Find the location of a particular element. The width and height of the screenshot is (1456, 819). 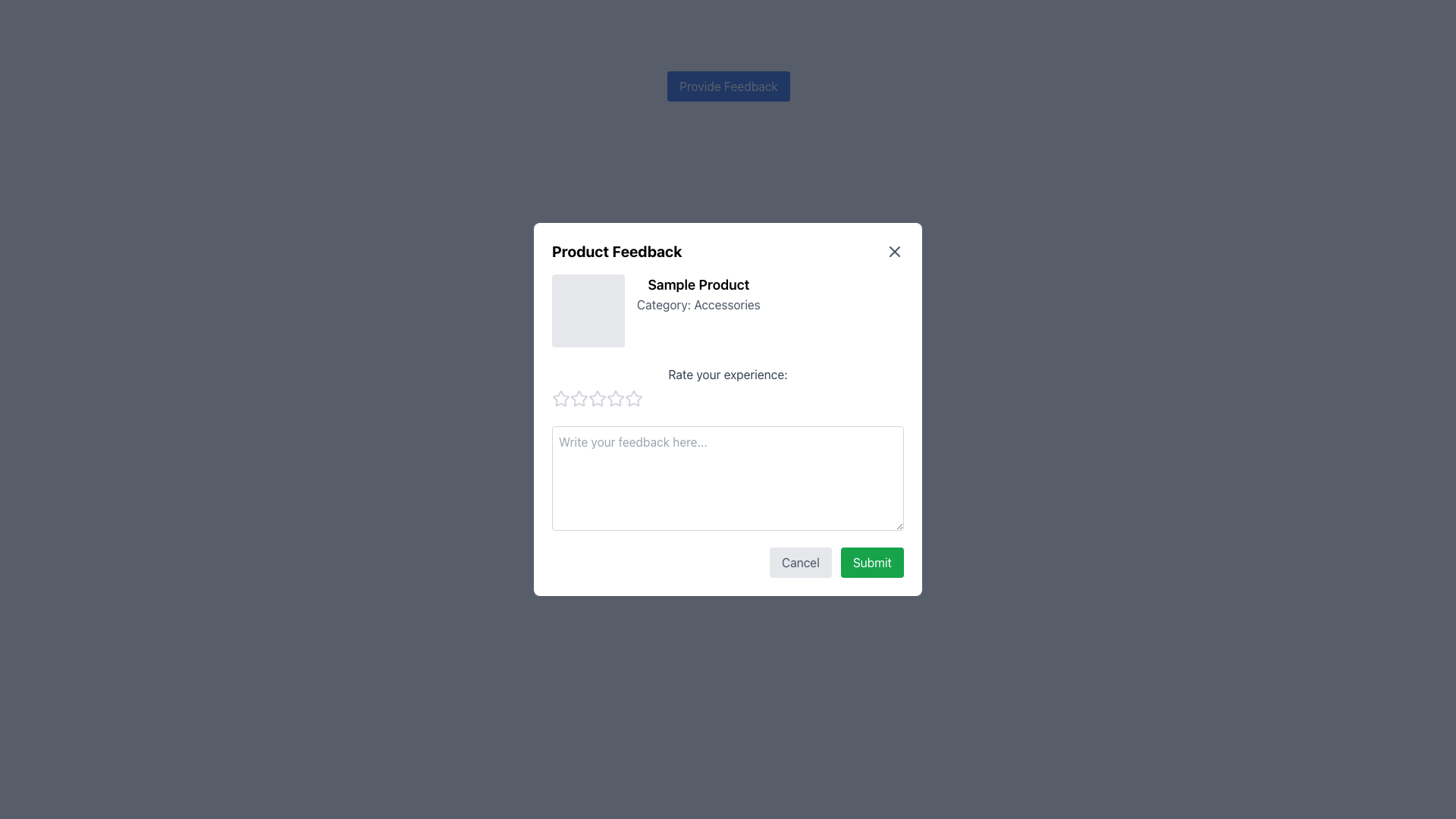

the first star icon in the rating component is located at coordinates (560, 397).